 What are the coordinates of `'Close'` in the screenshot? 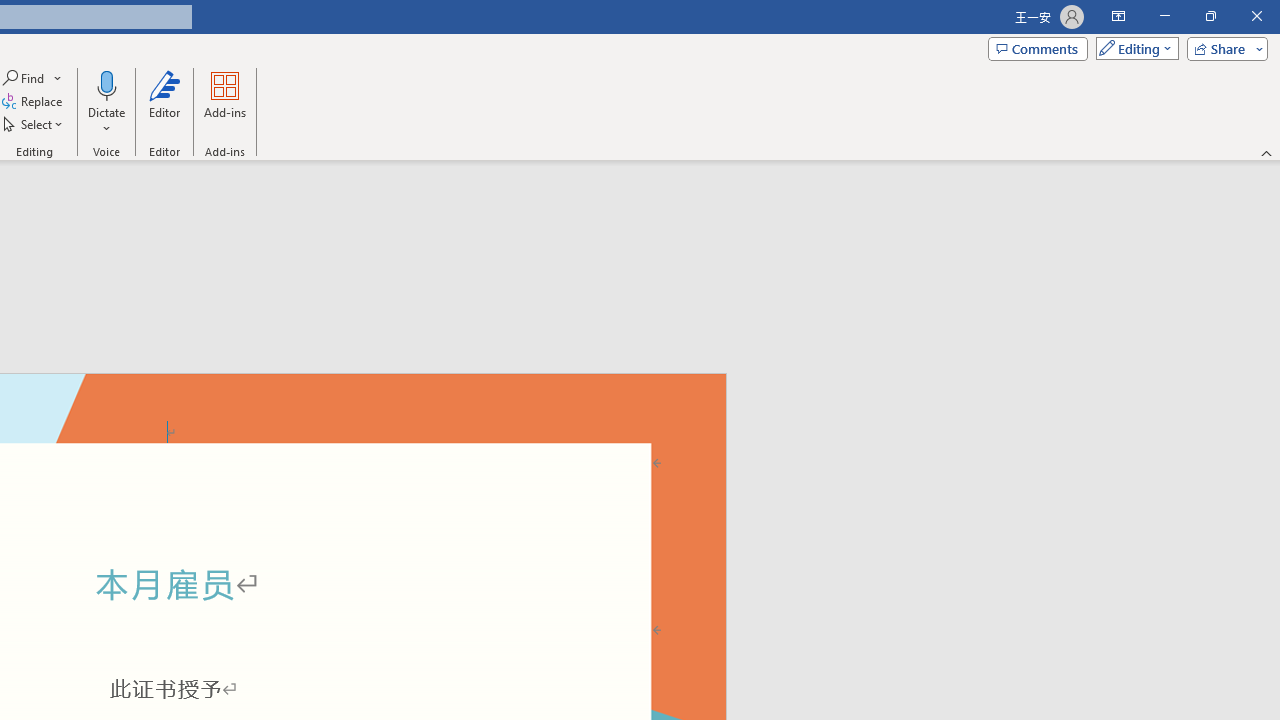 It's located at (1255, 16).